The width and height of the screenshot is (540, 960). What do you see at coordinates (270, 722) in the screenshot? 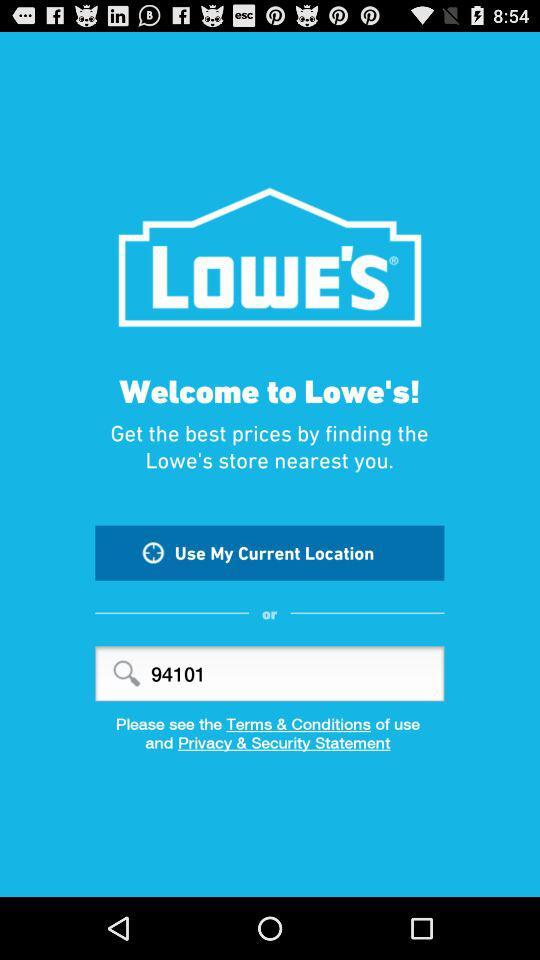
I see `the please see the icon` at bounding box center [270, 722].